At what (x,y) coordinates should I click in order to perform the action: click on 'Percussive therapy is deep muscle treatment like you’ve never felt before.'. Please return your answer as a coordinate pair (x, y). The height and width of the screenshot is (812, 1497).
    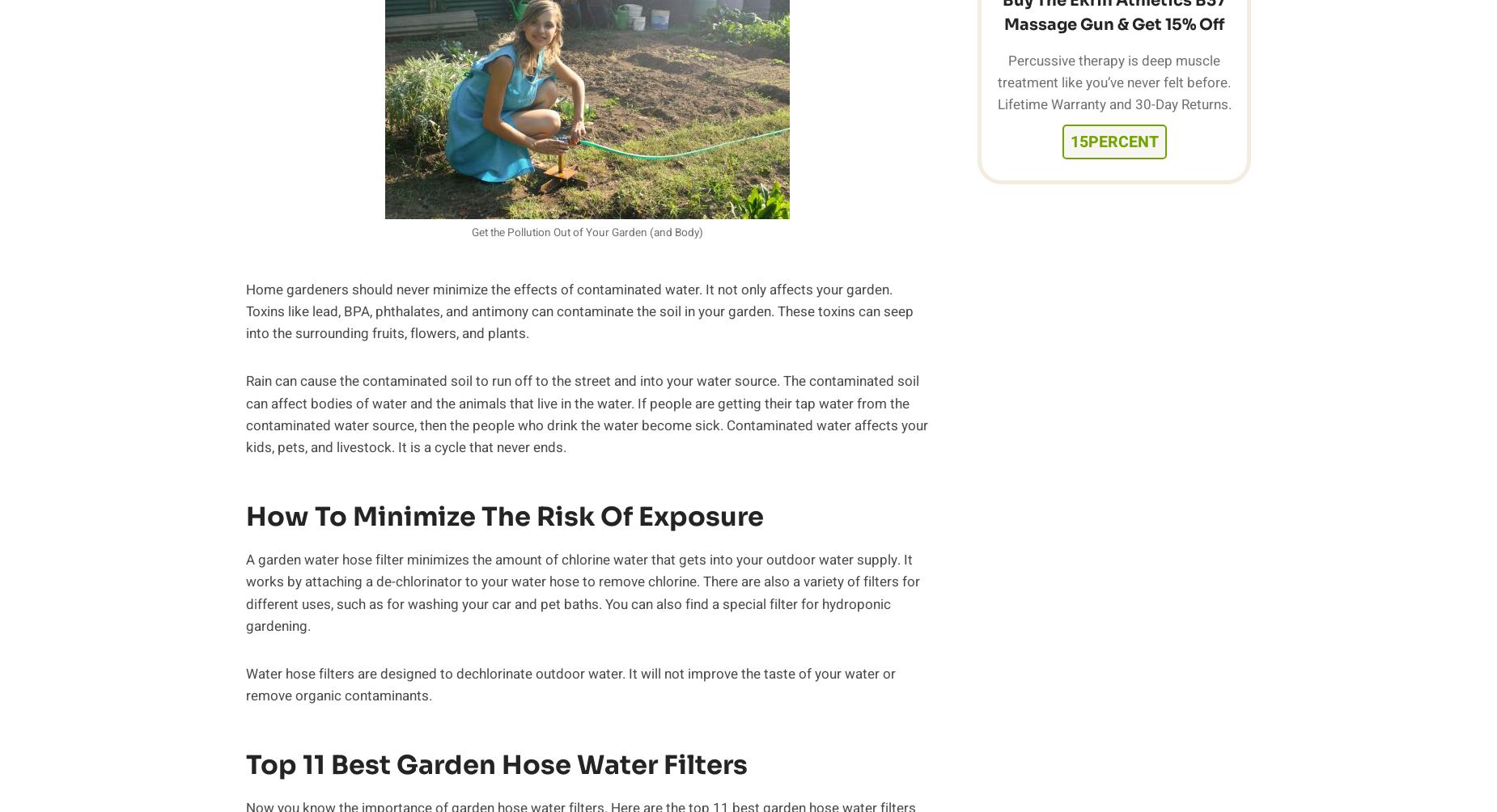
    Looking at the image, I should click on (1113, 72).